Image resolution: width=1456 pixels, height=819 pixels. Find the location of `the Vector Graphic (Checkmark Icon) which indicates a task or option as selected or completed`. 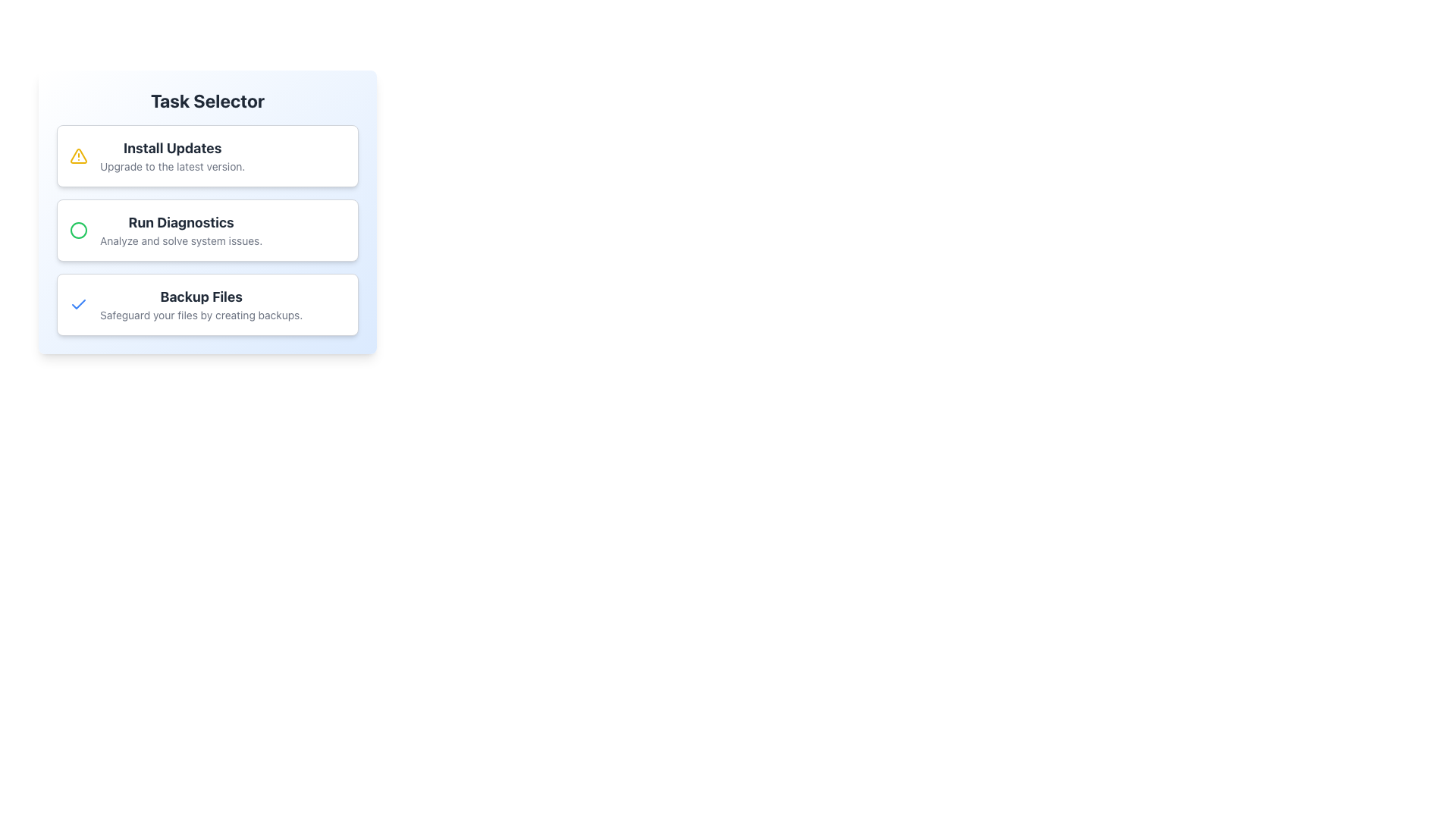

the Vector Graphic (Checkmark Icon) which indicates a task or option as selected or completed is located at coordinates (78, 304).